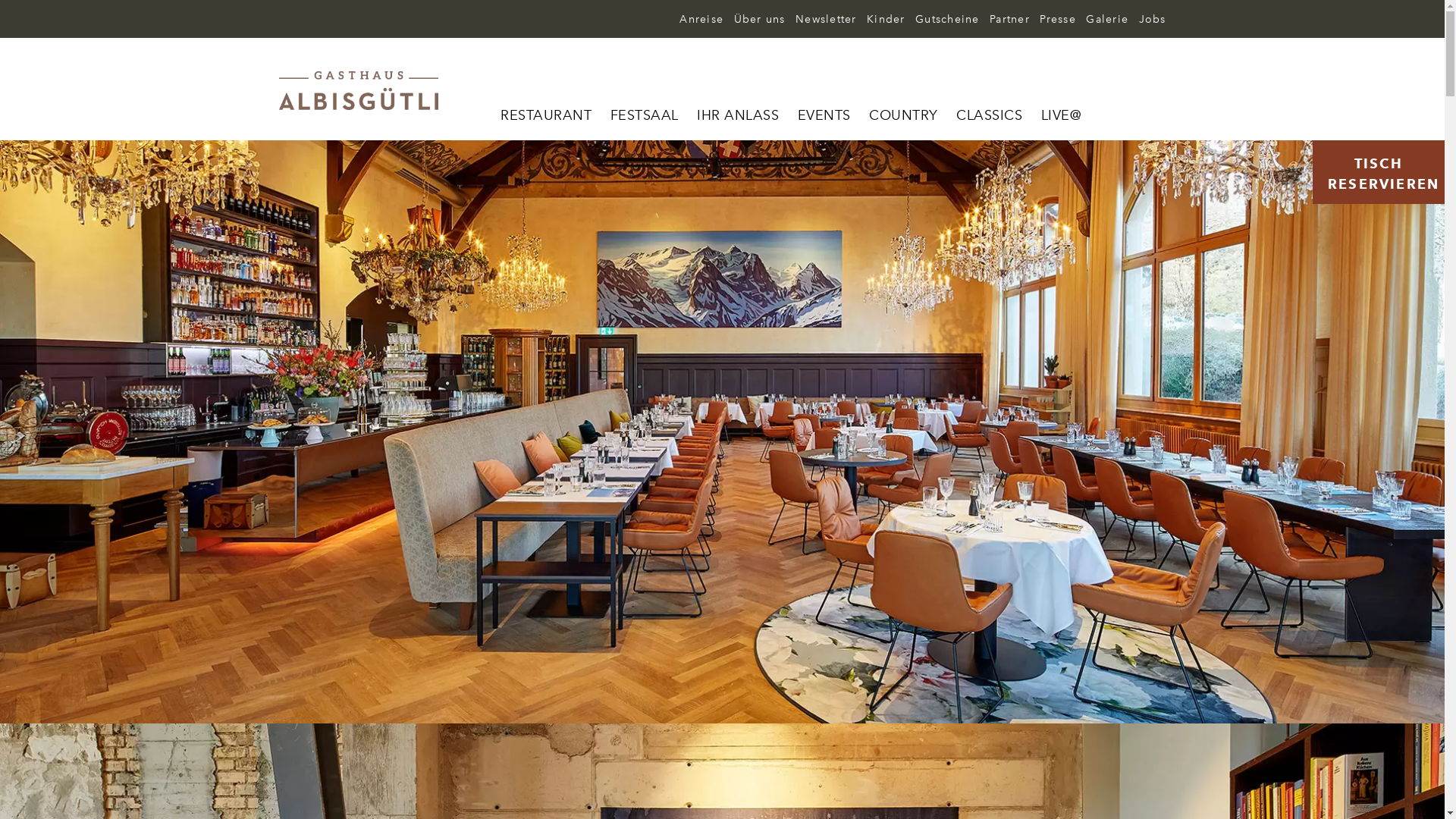  Describe the element at coordinates (644, 116) in the screenshot. I see `'FESTSAAL'` at that location.